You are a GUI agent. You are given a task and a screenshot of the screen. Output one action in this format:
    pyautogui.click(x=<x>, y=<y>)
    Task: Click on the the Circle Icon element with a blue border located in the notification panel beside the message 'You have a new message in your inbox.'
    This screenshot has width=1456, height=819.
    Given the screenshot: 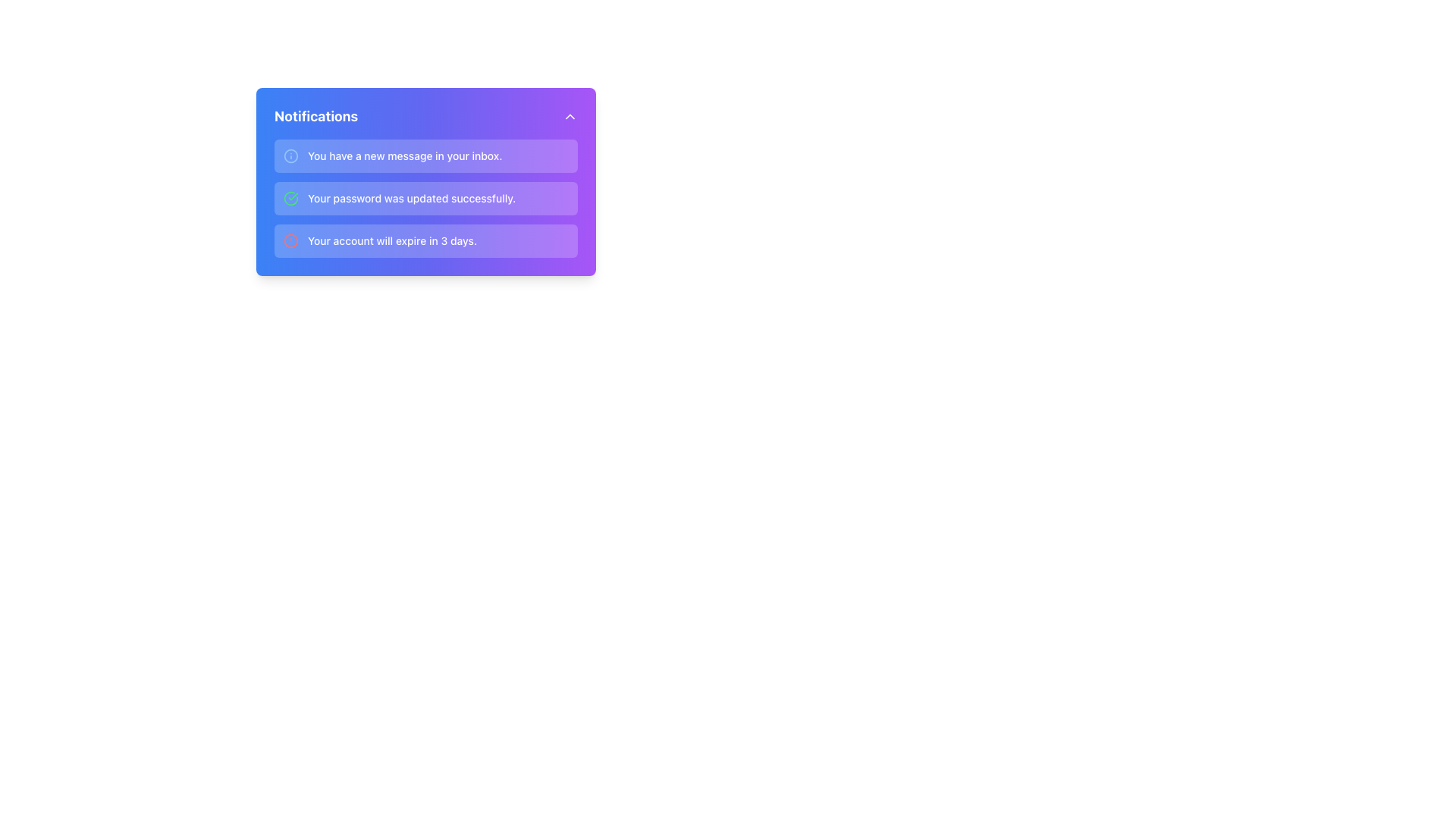 What is the action you would take?
    pyautogui.click(x=291, y=155)
    